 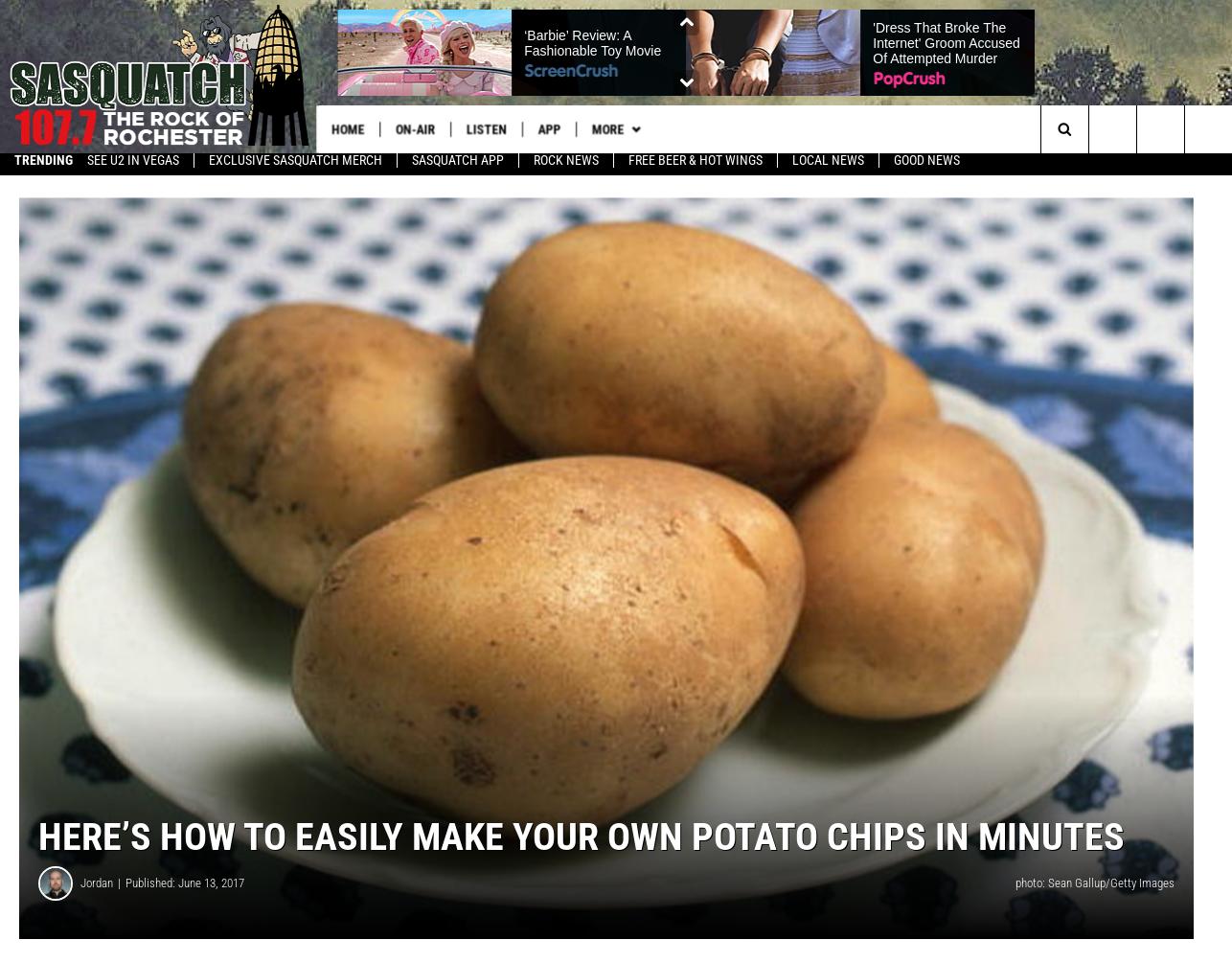 What do you see at coordinates (349, 128) in the screenshot?
I see `'Home'` at bounding box center [349, 128].